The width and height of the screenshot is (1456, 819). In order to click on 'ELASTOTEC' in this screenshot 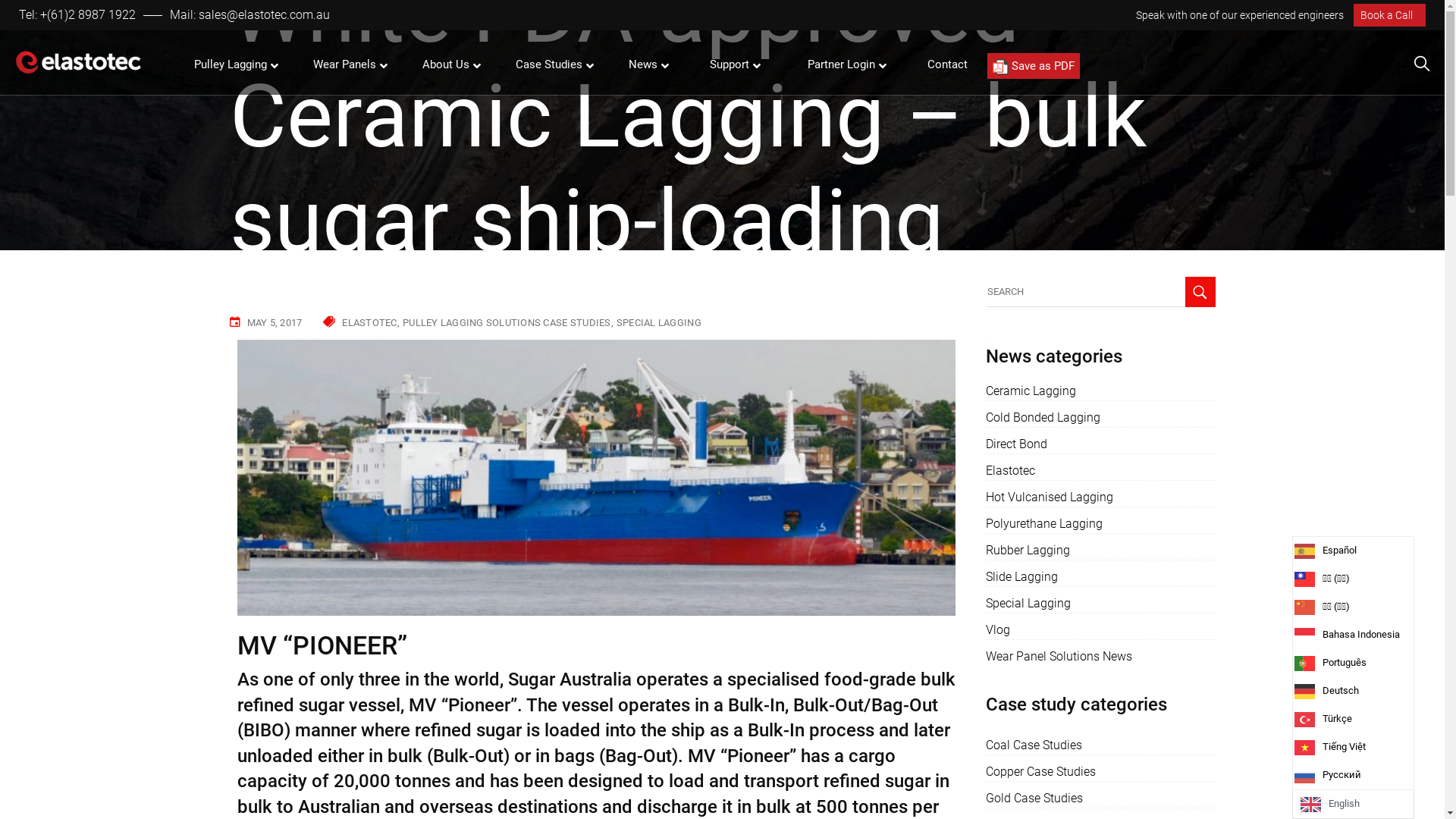, I will do `click(341, 322)`.